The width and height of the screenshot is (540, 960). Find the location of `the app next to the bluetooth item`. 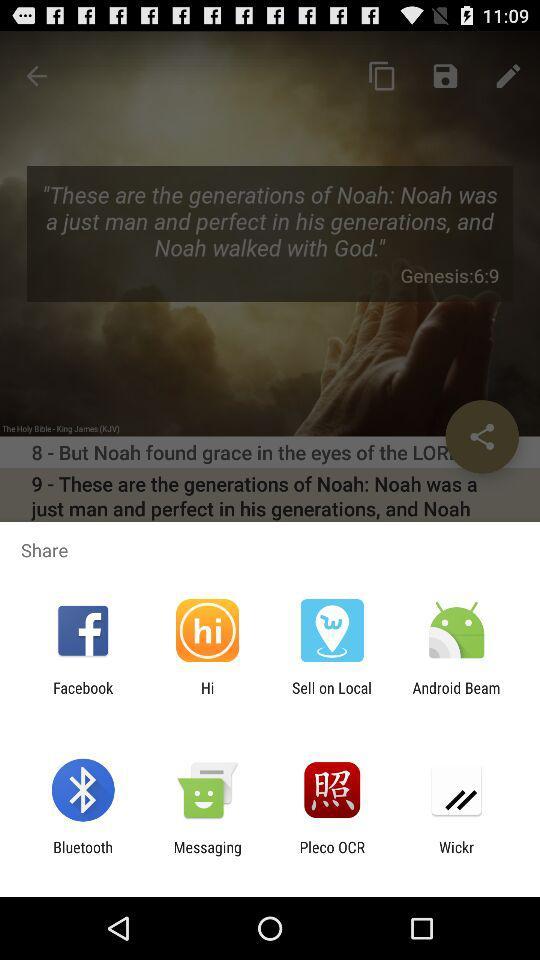

the app next to the bluetooth item is located at coordinates (206, 855).